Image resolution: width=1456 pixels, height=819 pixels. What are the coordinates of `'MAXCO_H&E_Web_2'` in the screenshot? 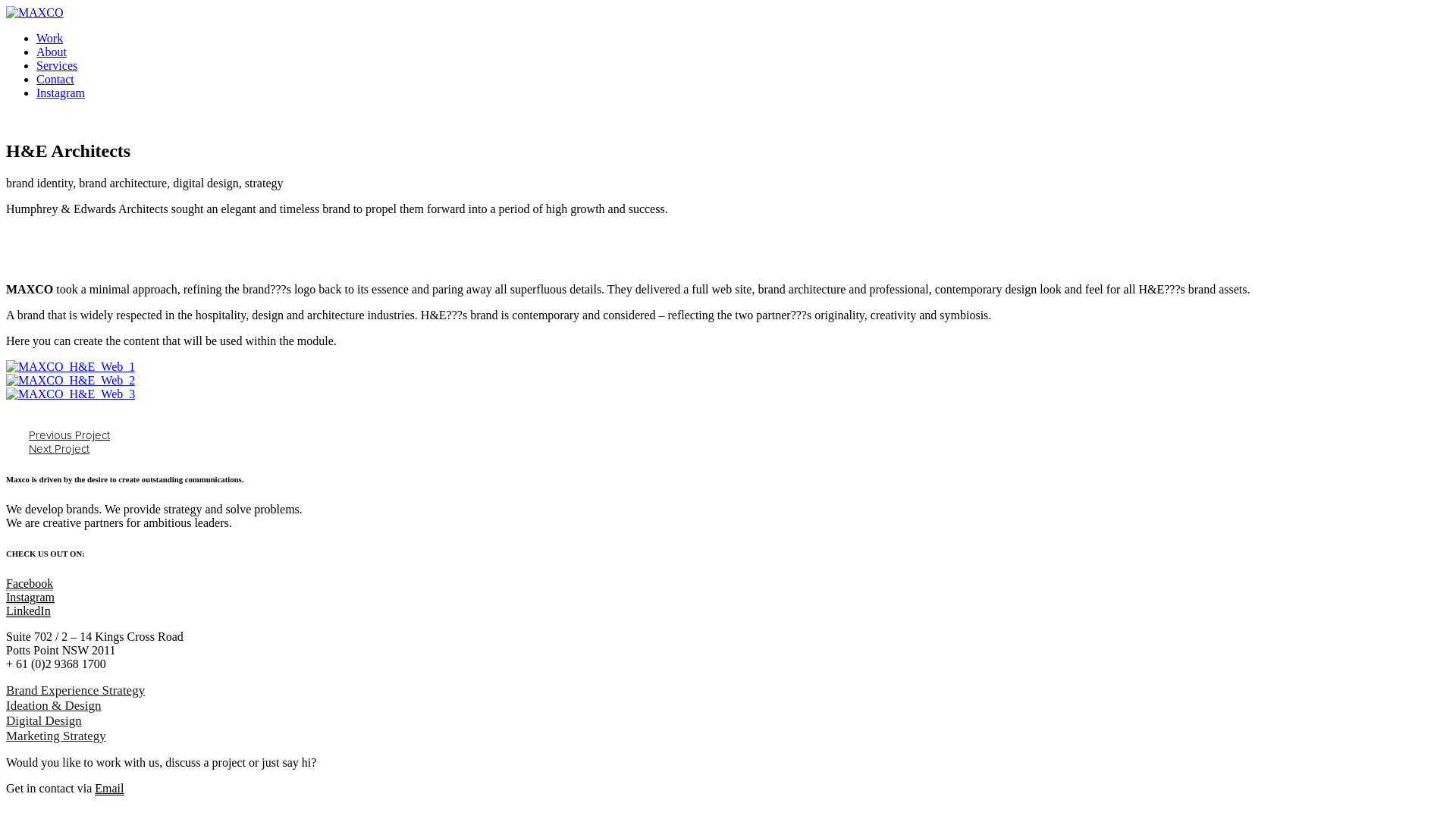 It's located at (69, 379).